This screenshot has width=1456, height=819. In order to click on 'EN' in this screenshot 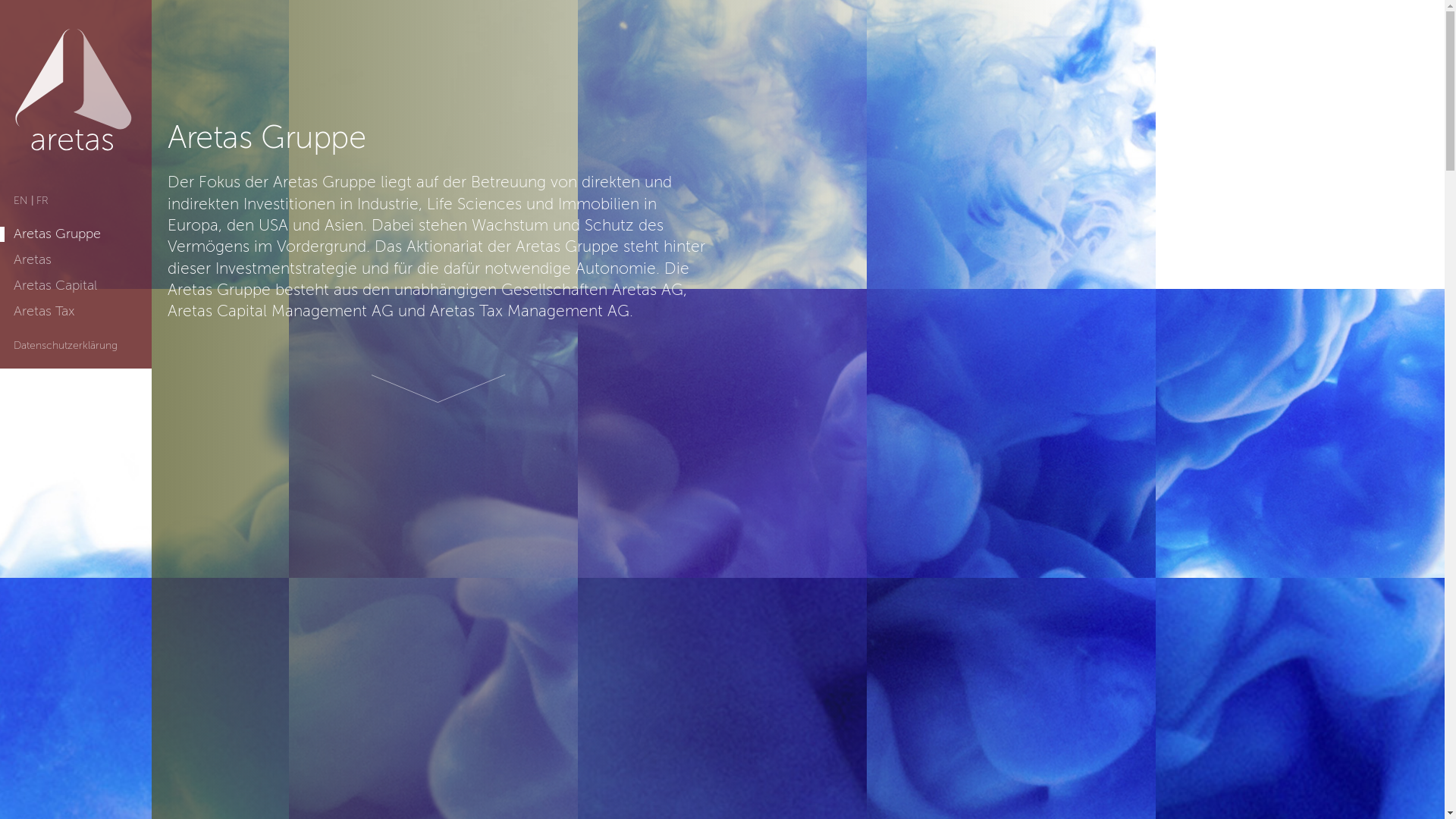, I will do `click(20, 200)`.